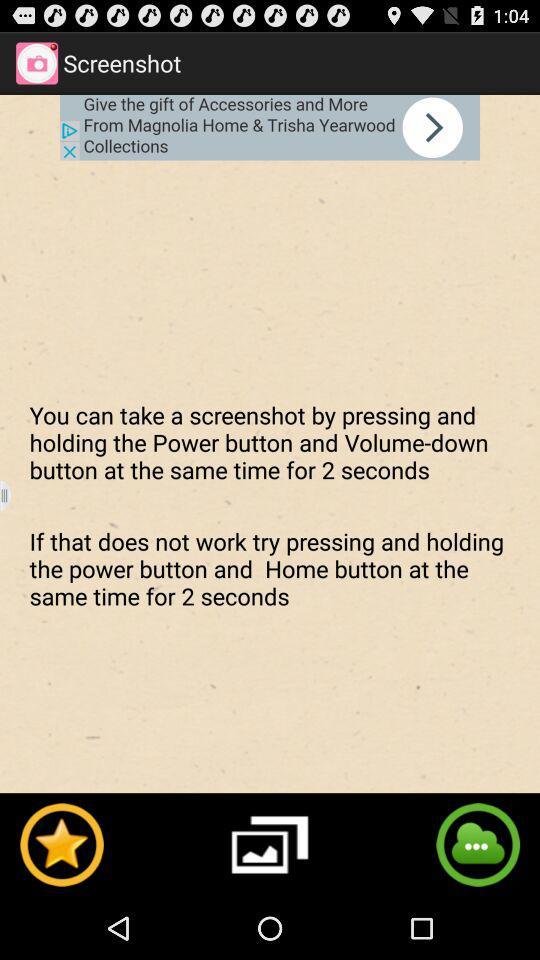  Describe the element at coordinates (61, 843) in the screenshot. I see `favorites` at that location.